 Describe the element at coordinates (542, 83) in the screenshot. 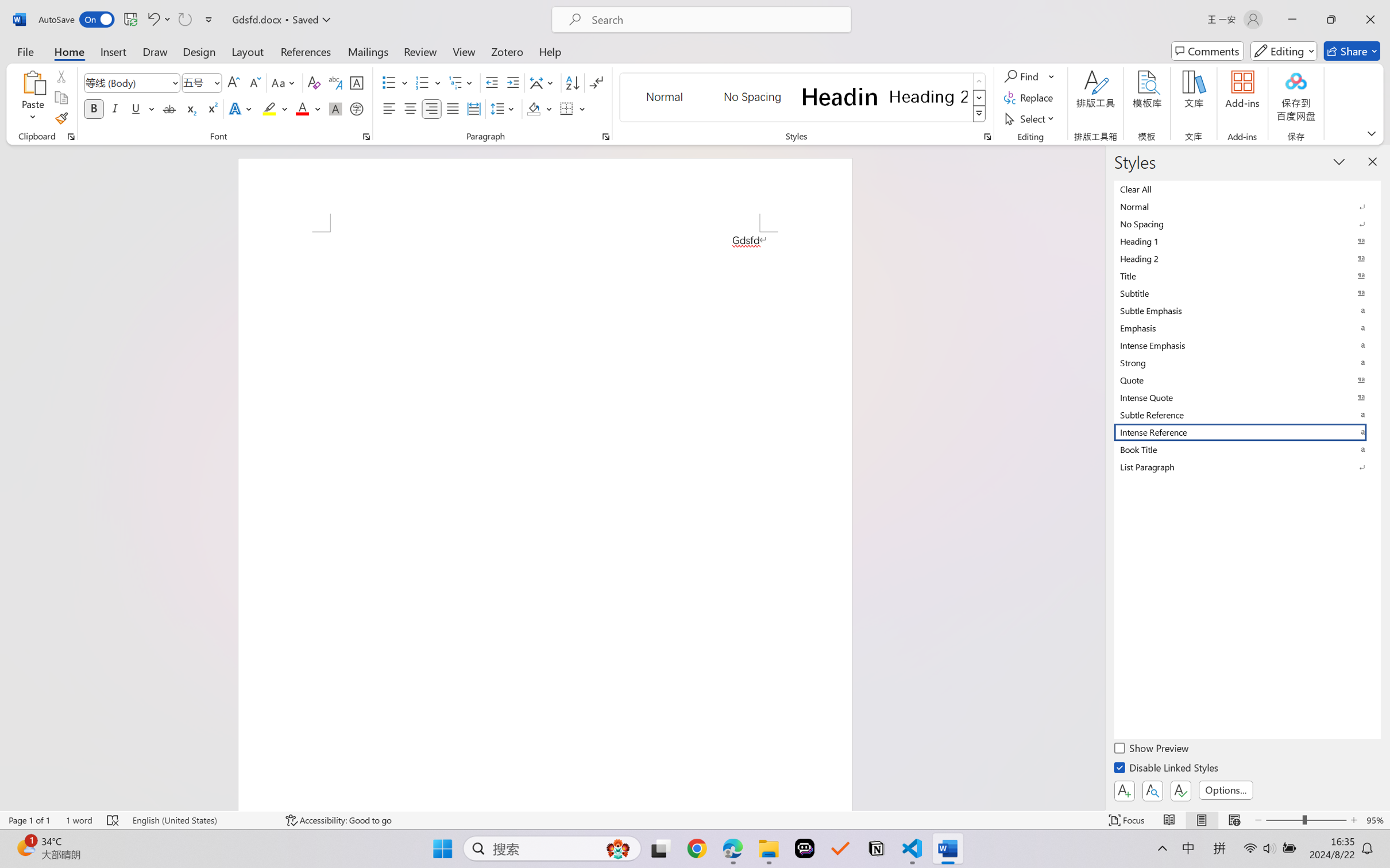

I see `'Asian Layout'` at that location.